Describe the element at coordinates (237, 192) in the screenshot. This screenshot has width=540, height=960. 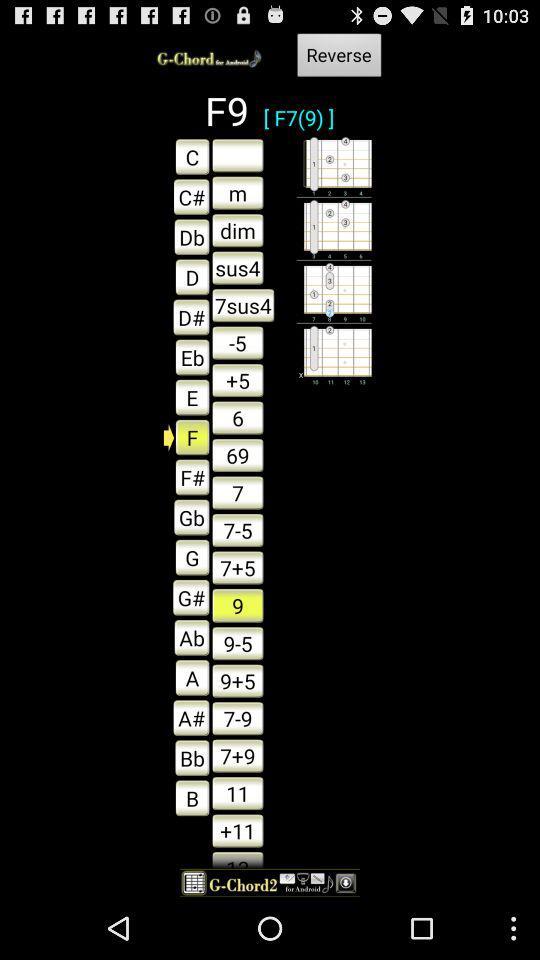
I see `the button which is next to the c` at that location.